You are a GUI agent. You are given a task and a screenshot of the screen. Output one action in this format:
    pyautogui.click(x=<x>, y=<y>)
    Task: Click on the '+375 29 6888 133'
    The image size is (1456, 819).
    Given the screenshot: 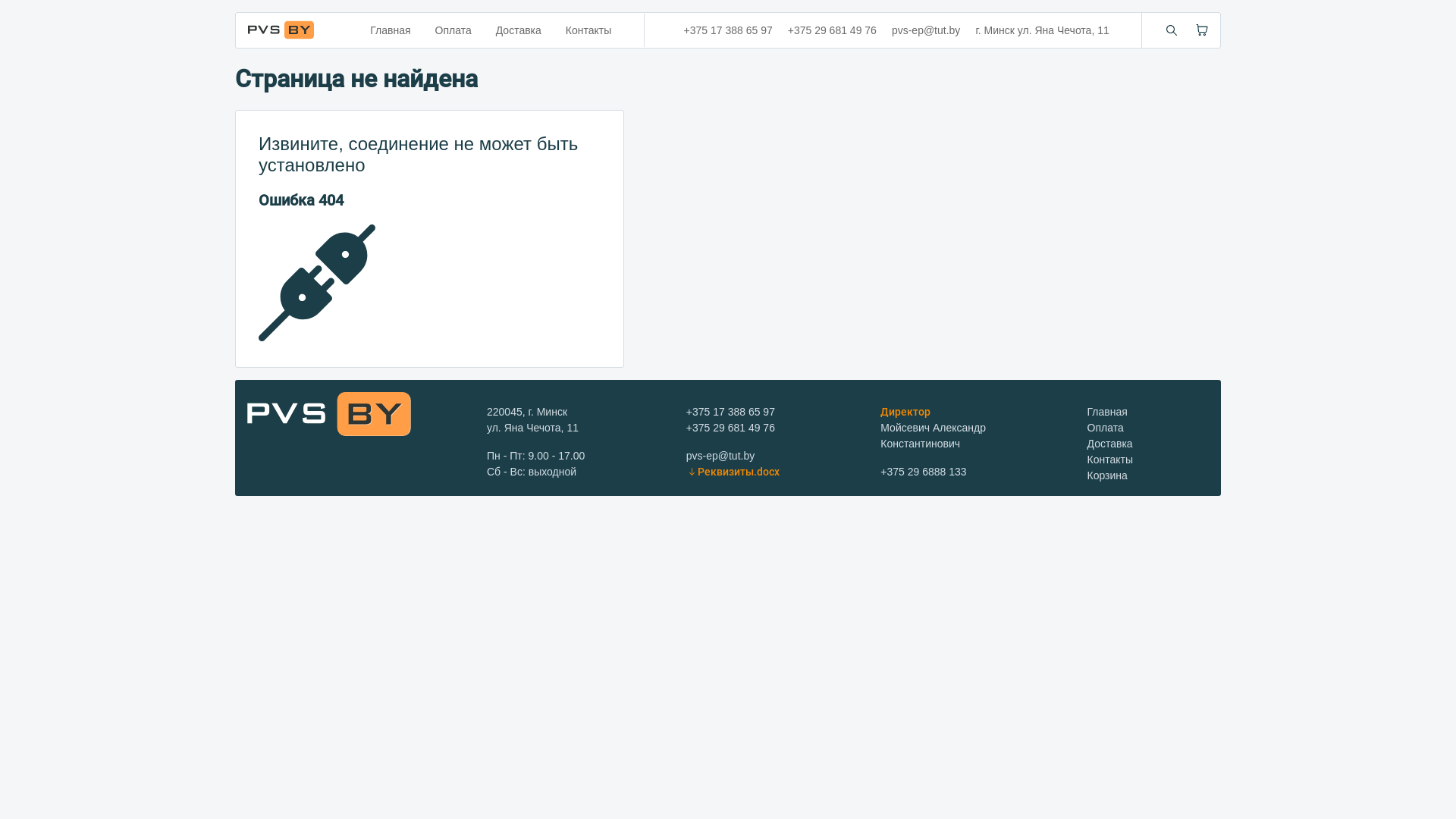 What is the action you would take?
    pyautogui.click(x=922, y=470)
    